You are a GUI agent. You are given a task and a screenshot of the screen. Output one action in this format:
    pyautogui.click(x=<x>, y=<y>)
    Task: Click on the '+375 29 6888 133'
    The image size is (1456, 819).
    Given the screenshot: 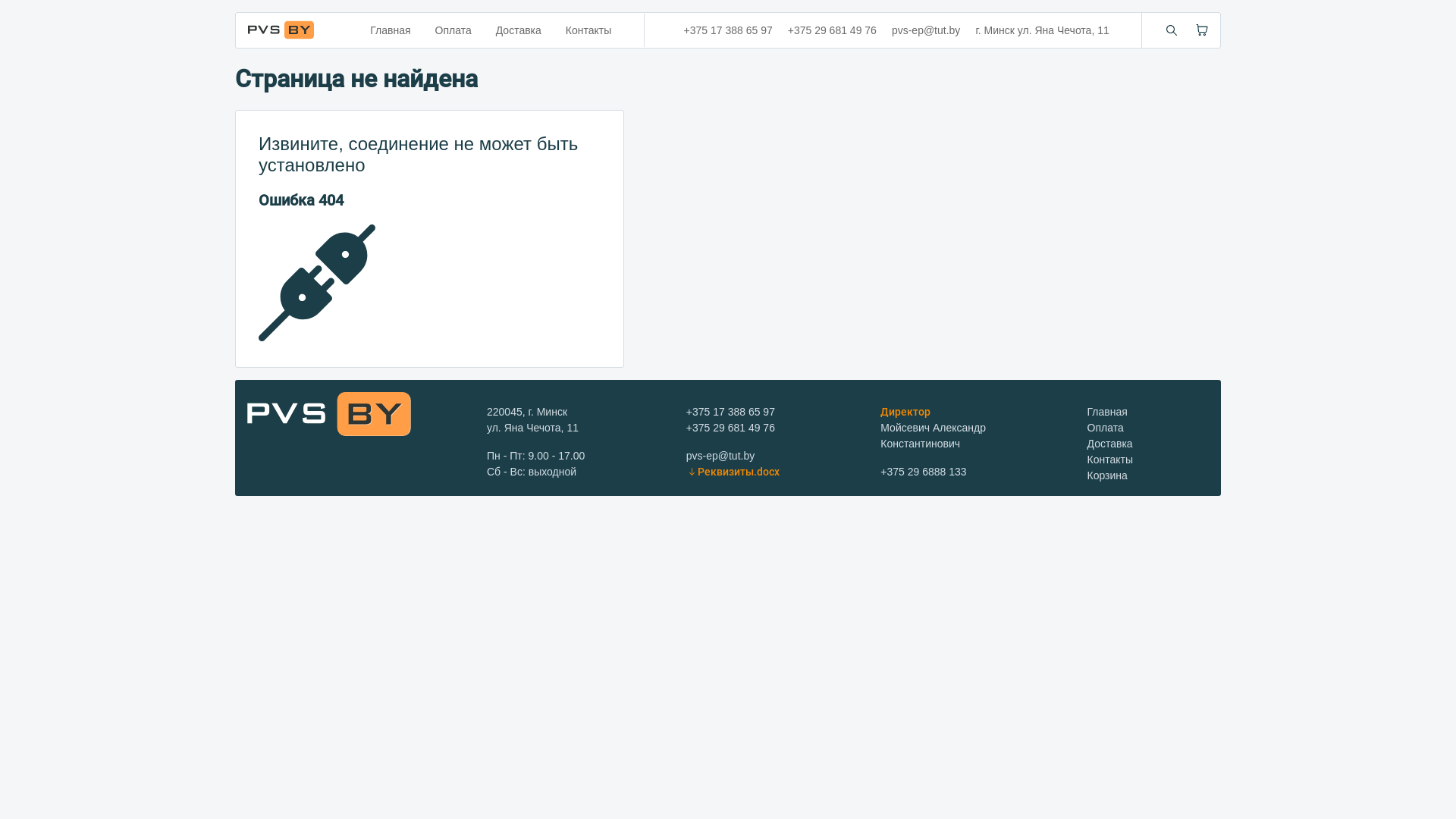 What is the action you would take?
    pyautogui.click(x=922, y=470)
    